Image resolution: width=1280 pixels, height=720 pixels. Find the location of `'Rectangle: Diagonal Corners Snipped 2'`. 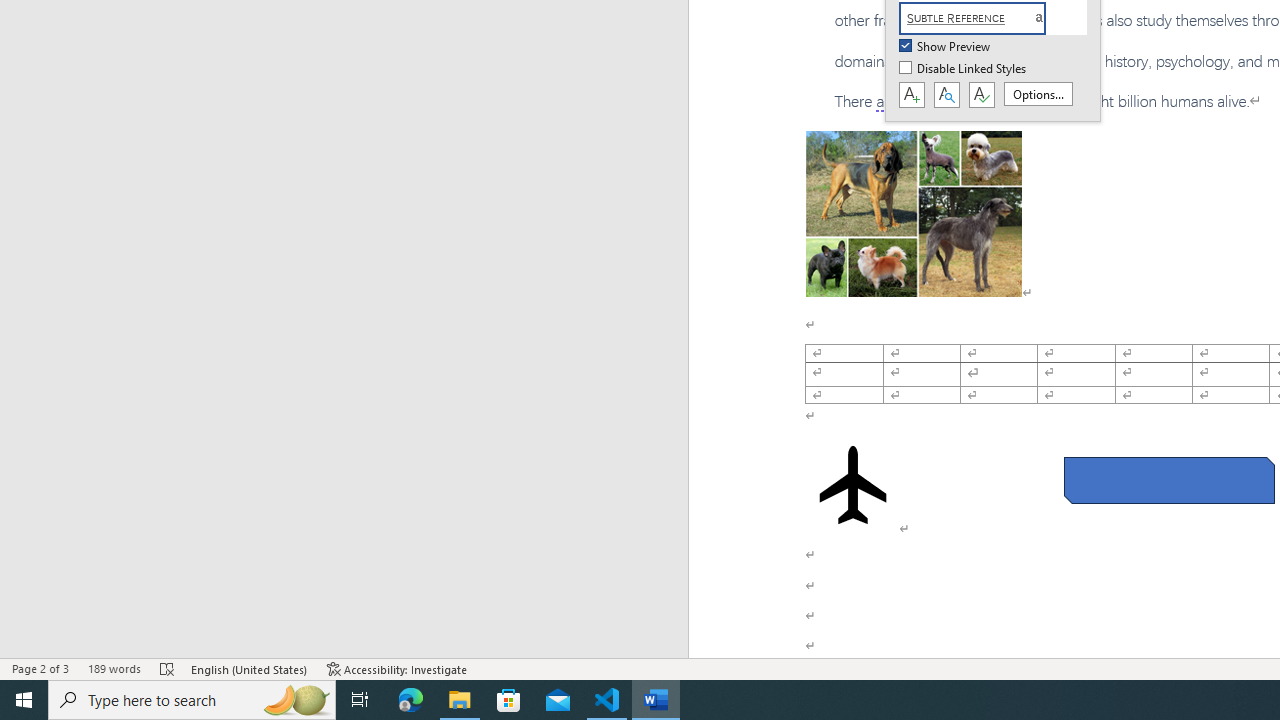

'Rectangle: Diagonal Corners Snipped 2' is located at coordinates (1169, 480).